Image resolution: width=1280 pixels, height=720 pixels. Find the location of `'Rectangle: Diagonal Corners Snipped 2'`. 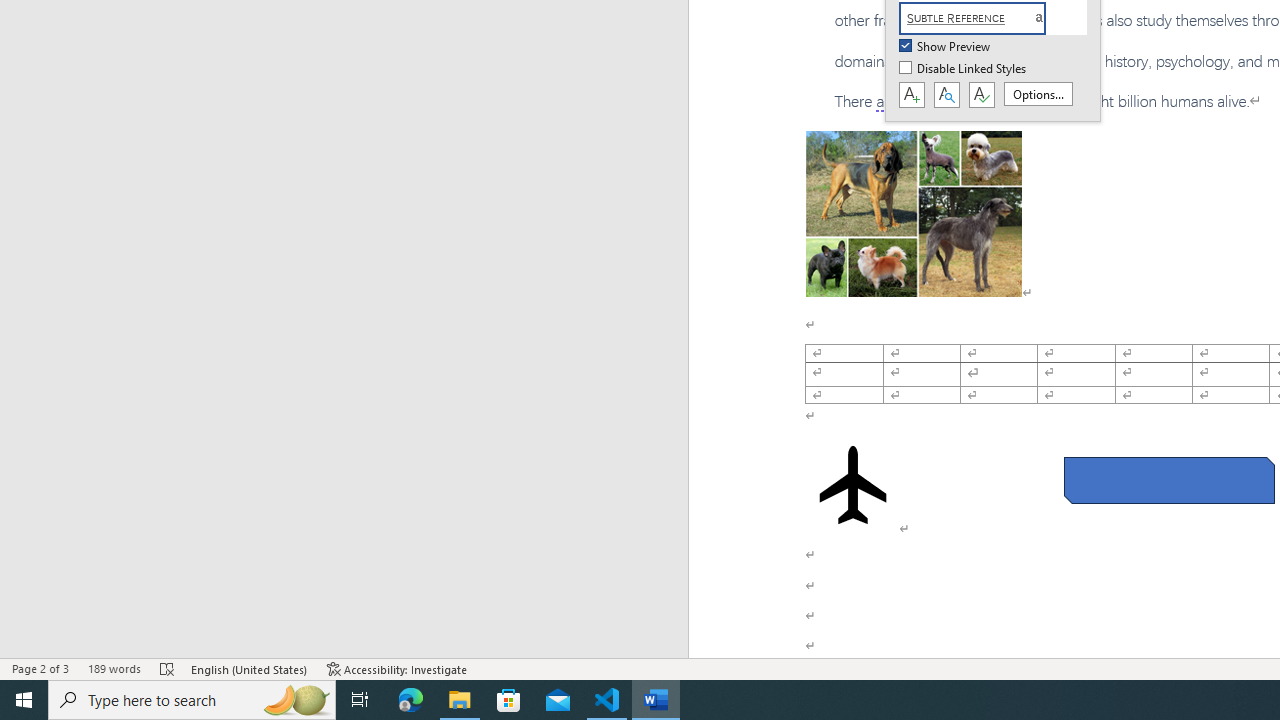

'Rectangle: Diagonal Corners Snipped 2' is located at coordinates (1169, 480).